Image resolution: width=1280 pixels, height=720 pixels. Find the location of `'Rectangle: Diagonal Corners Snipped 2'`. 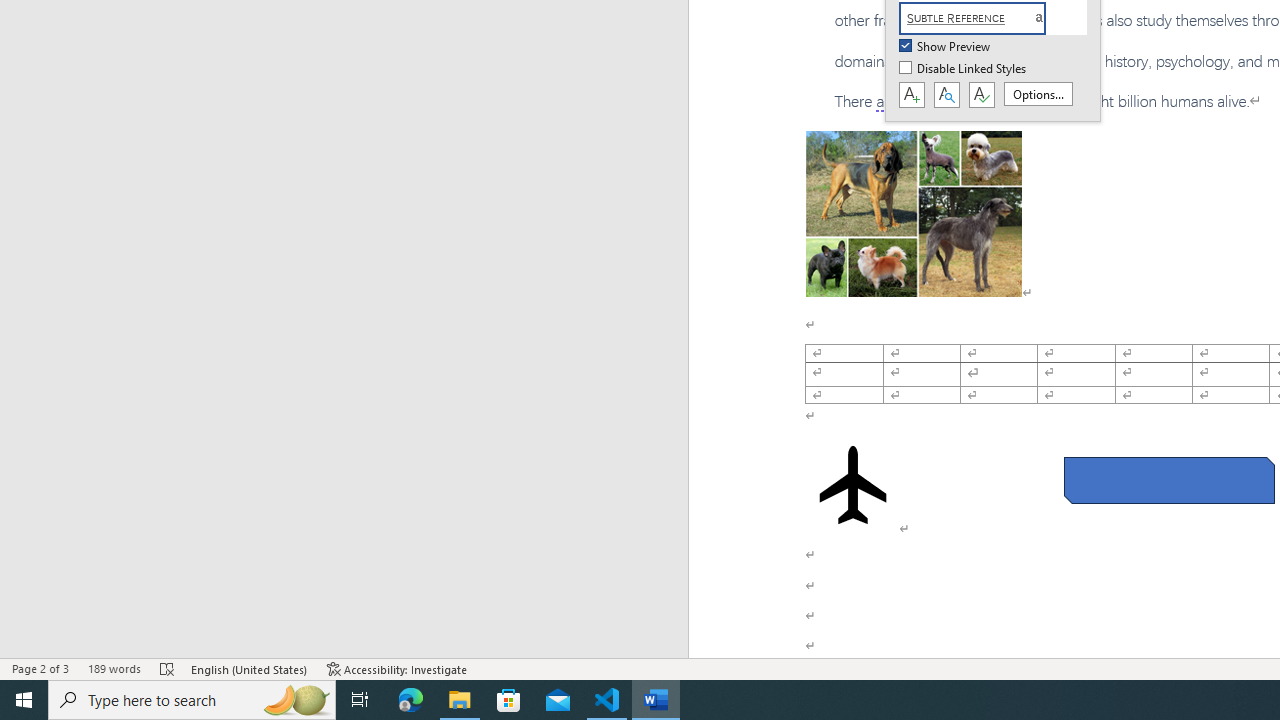

'Rectangle: Diagonal Corners Snipped 2' is located at coordinates (1169, 480).